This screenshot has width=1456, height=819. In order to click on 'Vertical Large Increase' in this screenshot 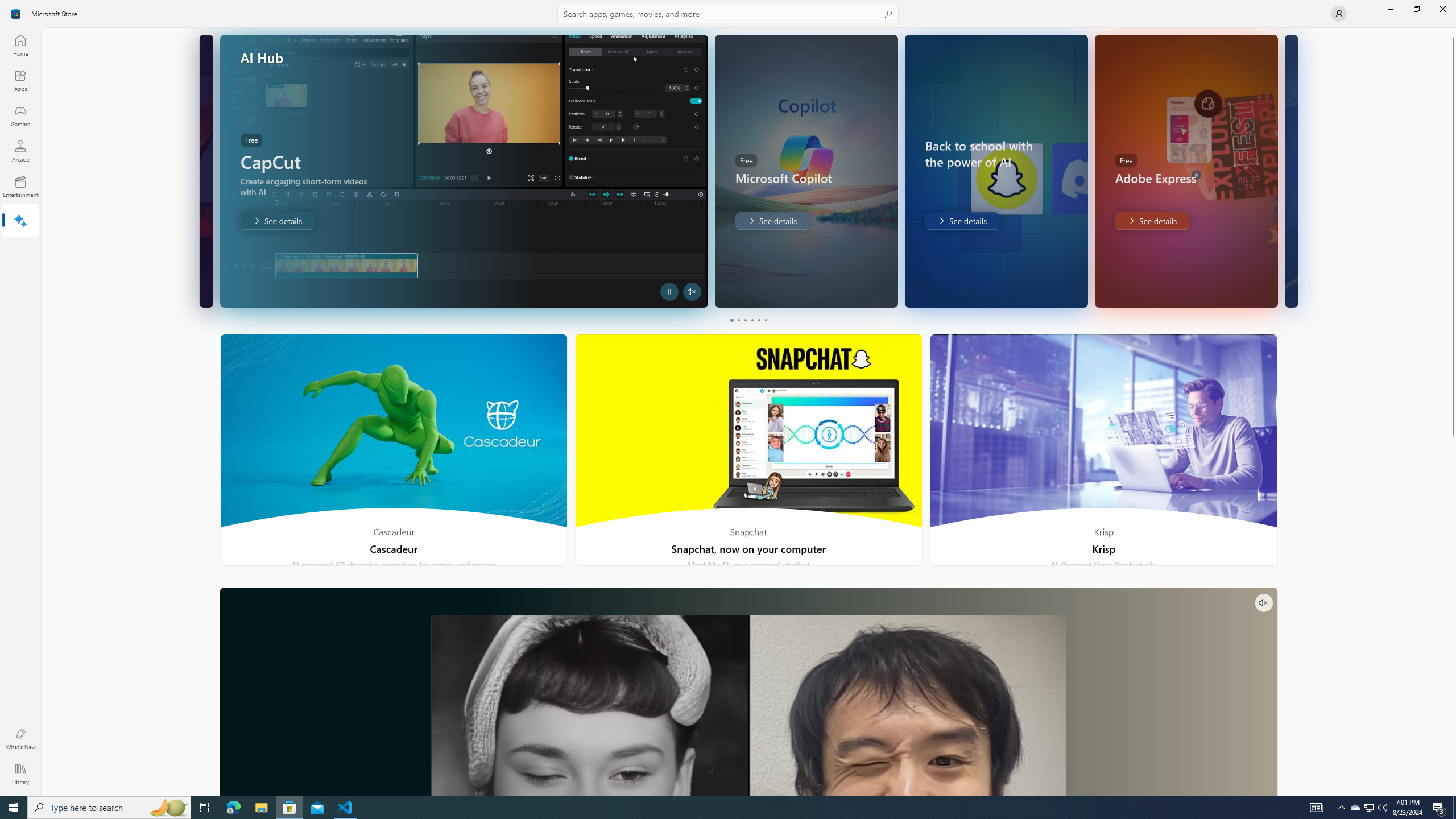, I will do `click(1451, 613)`.